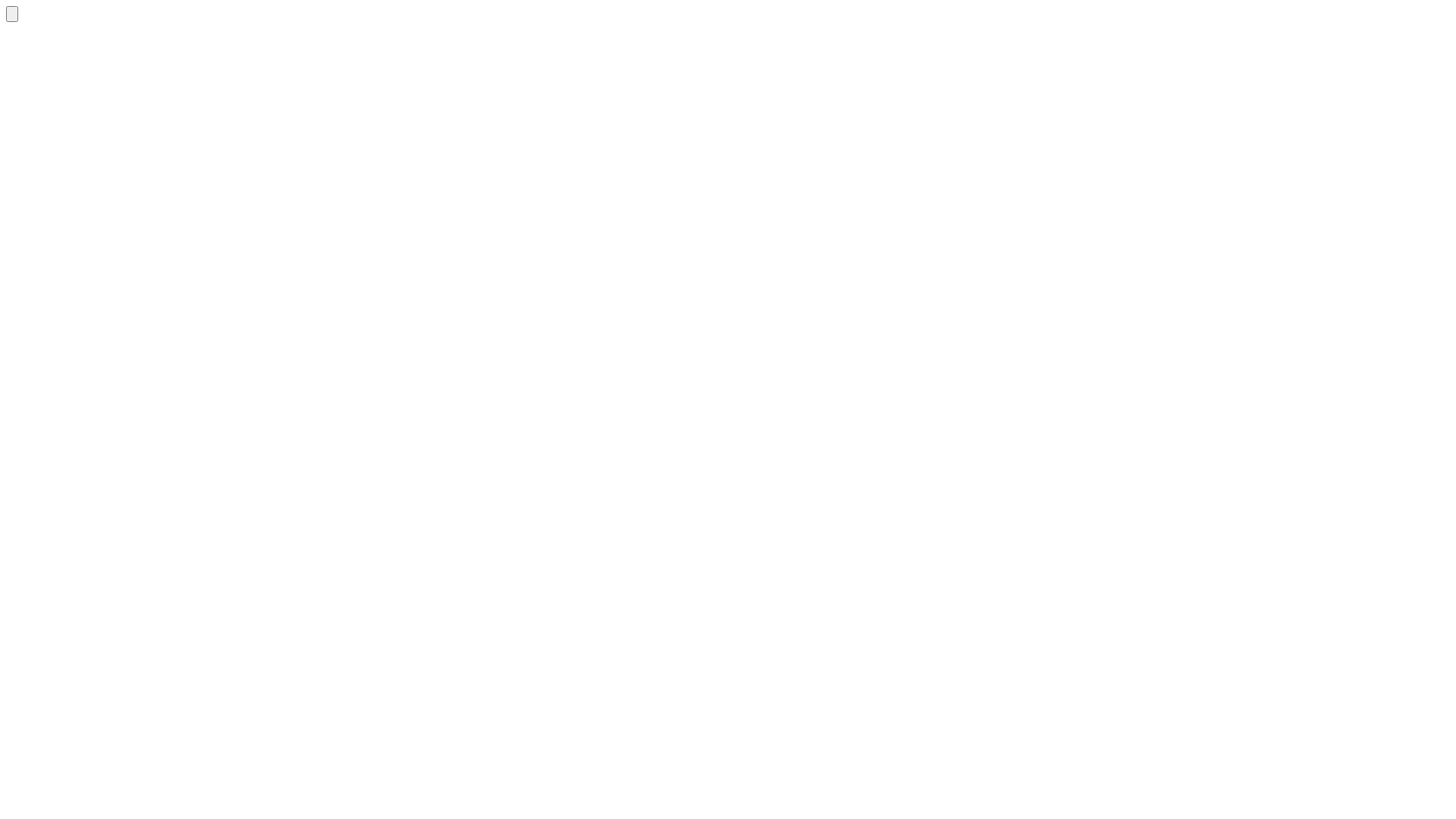 The image size is (1456, 819). I want to click on 'Audacy Logo', so click(6, 13).